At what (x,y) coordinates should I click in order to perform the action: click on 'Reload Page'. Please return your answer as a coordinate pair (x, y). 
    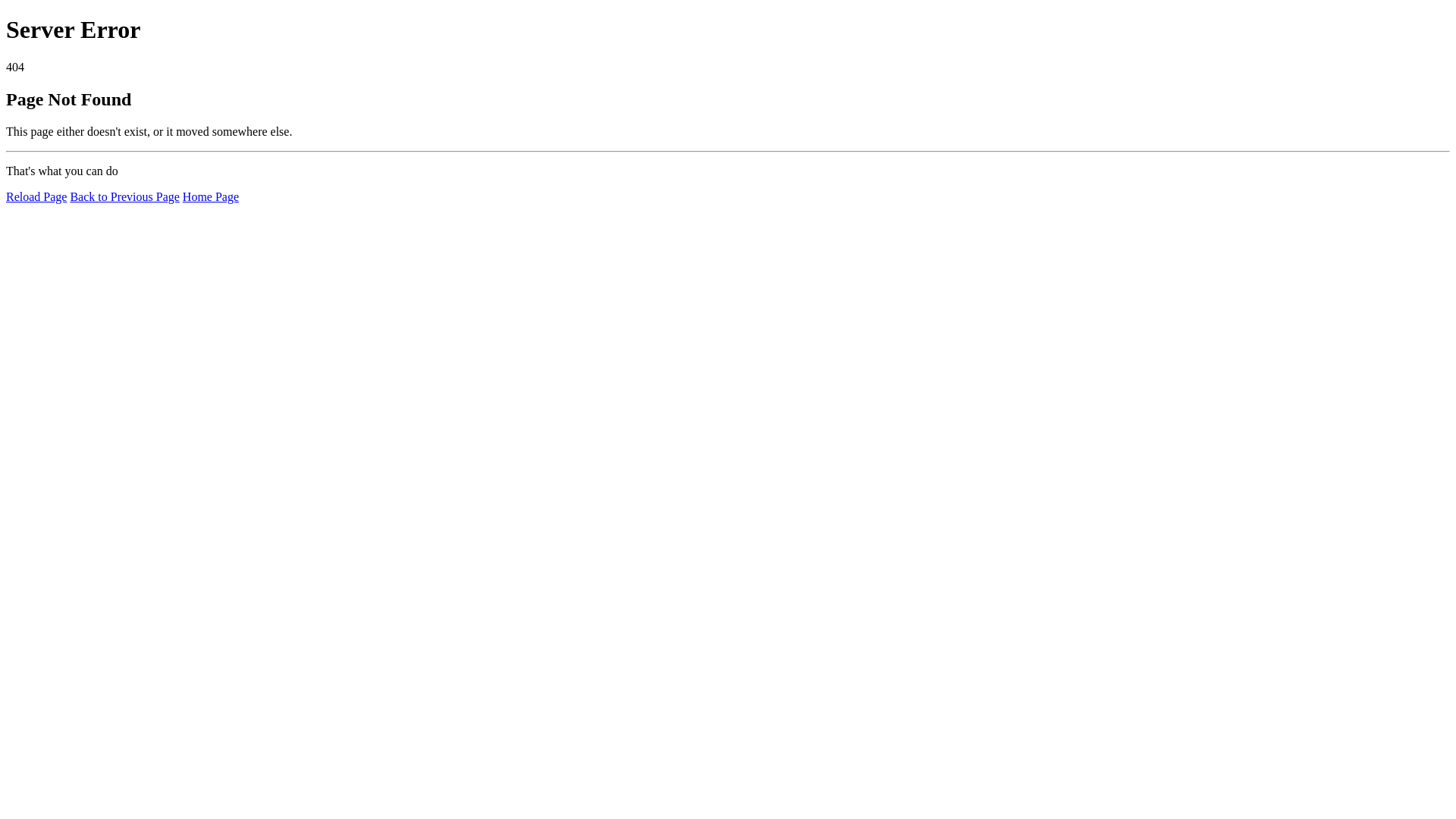
    Looking at the image, I should click on (36, 196).